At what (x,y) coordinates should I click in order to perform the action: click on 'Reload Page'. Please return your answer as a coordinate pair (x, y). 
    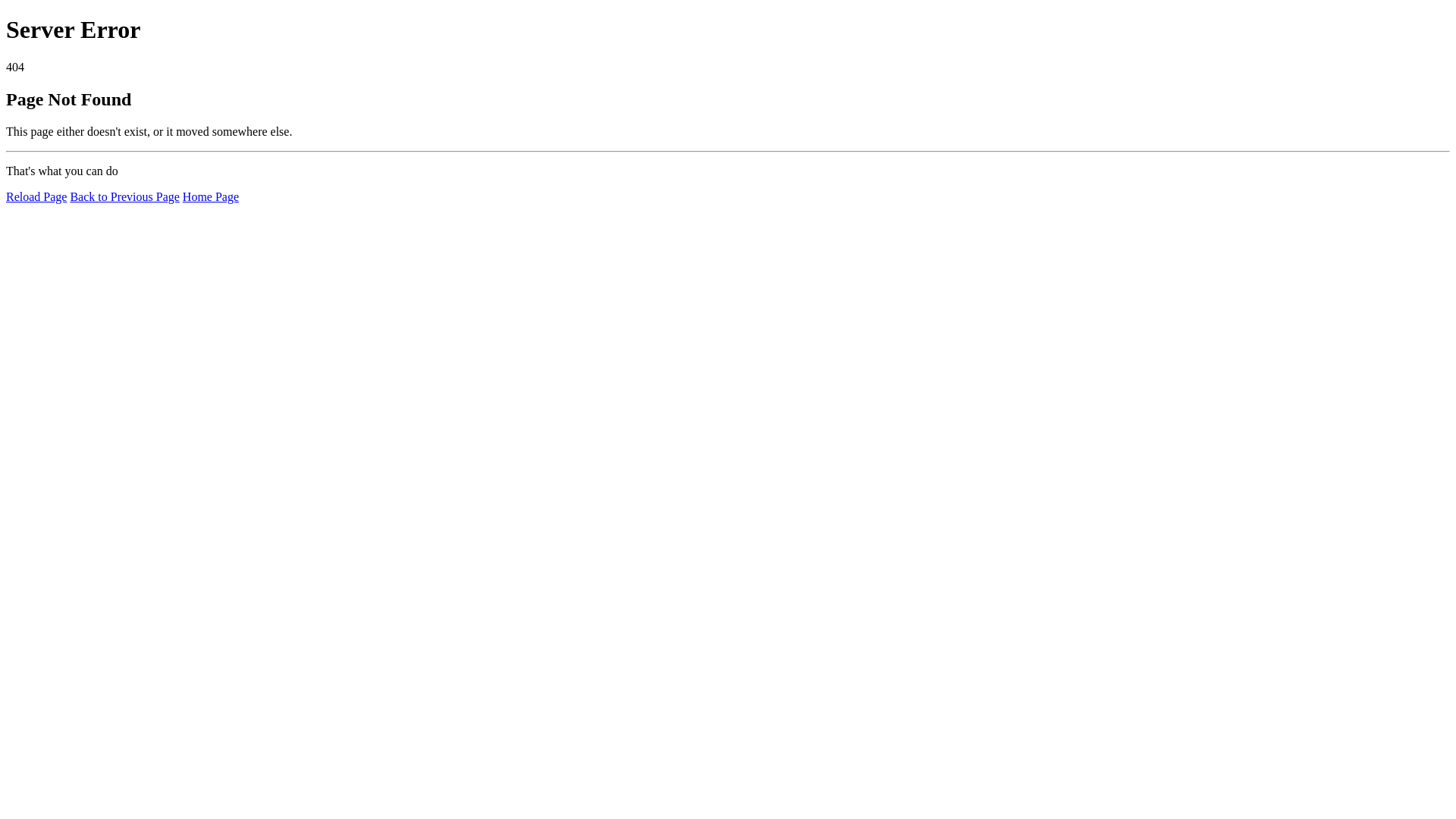
    Looking at the image, I should click on (36, 196).